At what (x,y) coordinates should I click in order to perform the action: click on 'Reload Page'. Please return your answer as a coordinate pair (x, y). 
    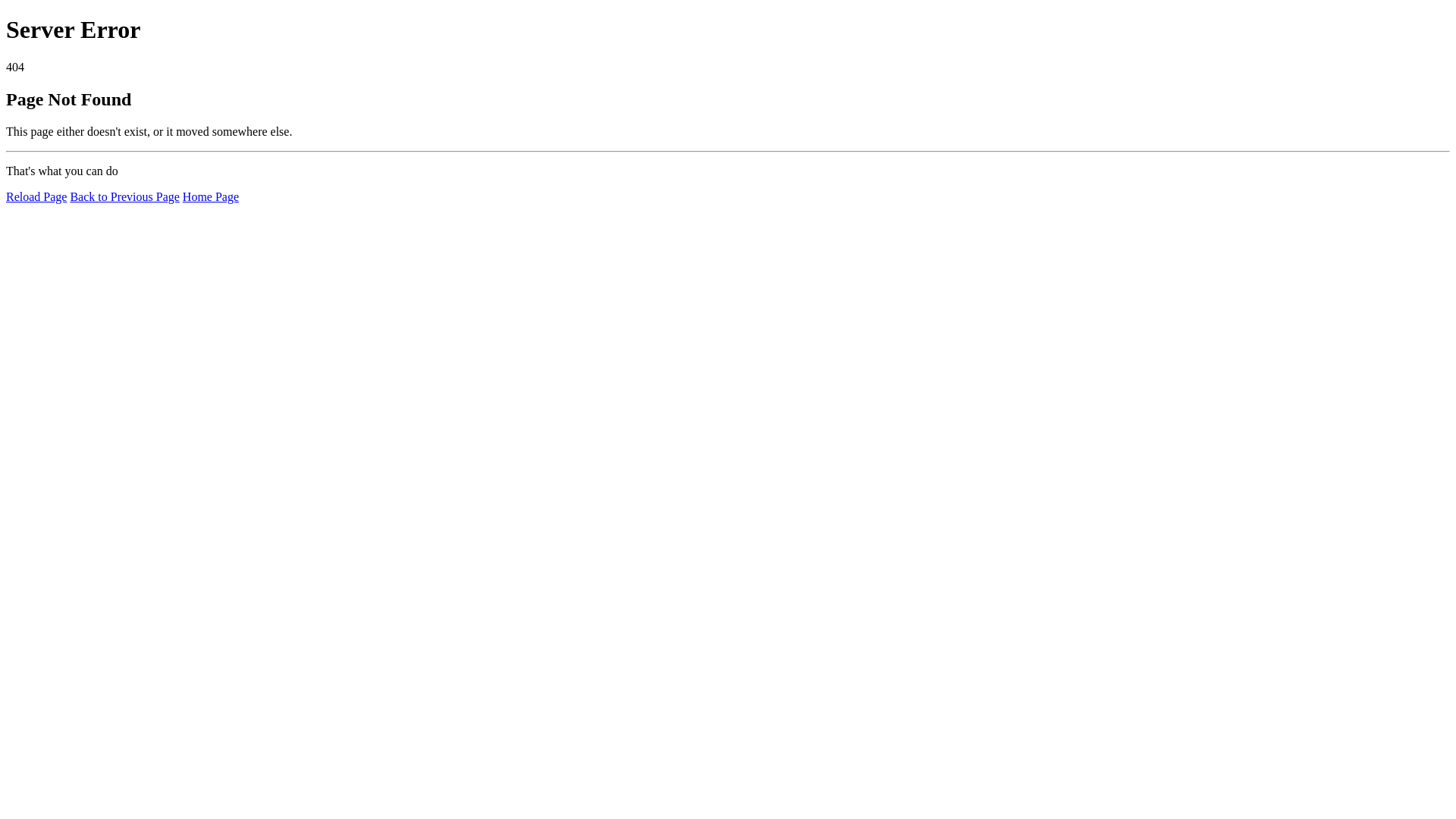
    Looking at the image, I should click on (36, 196).